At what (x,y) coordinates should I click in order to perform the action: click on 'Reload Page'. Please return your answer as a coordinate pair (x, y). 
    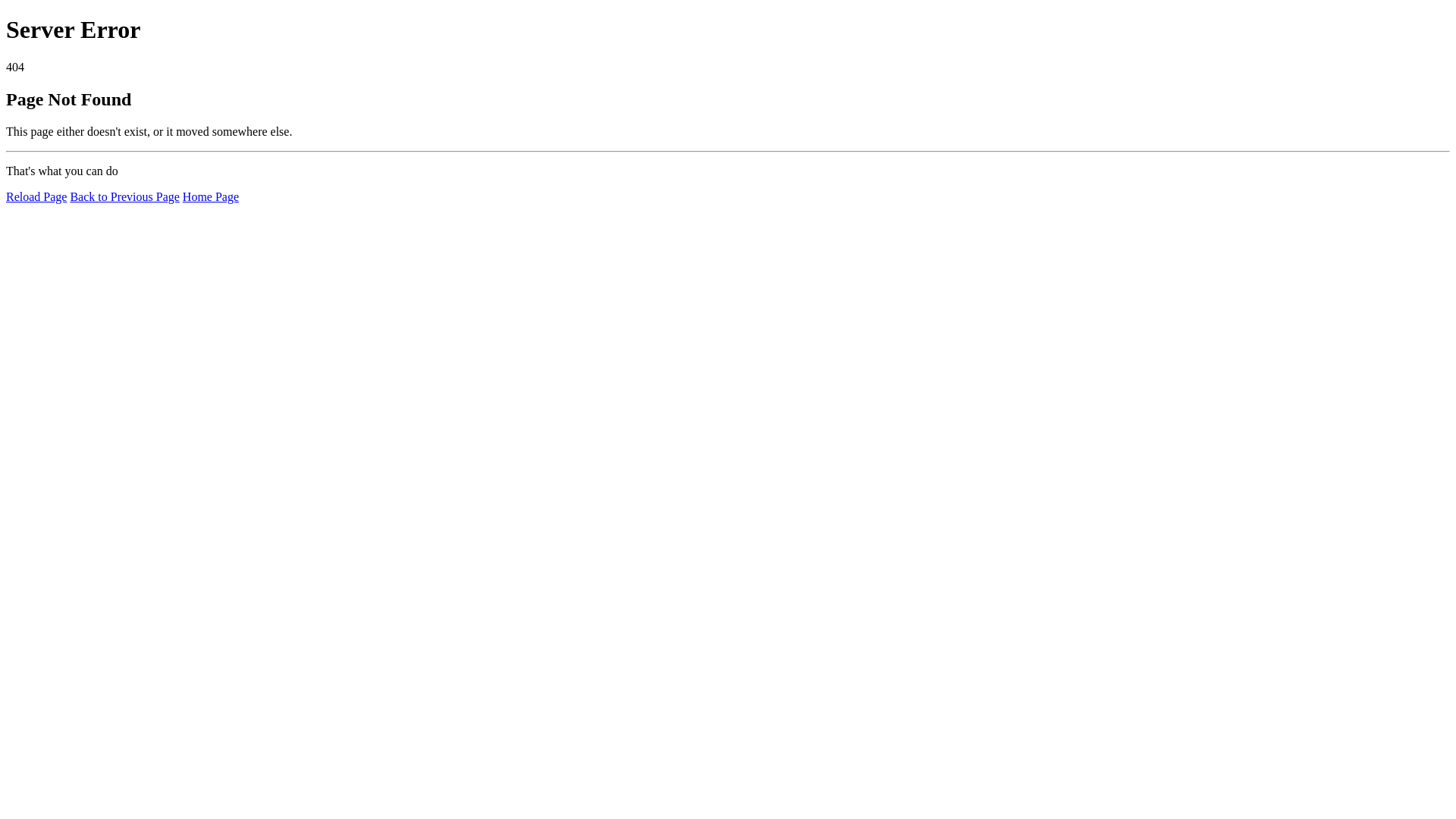
    Looking at the image, I should click on (36, 196).